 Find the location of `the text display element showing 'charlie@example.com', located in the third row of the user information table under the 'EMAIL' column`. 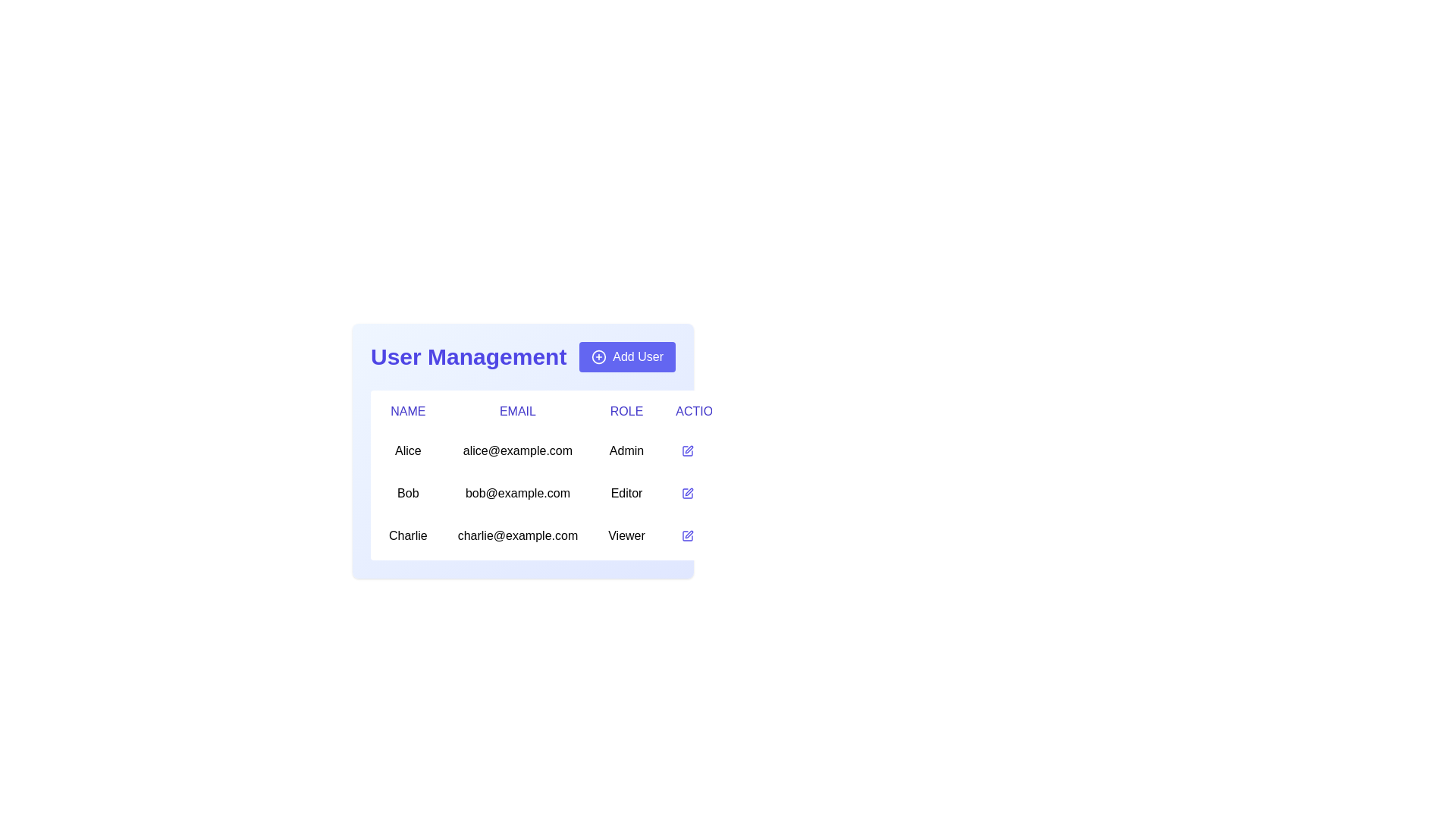

the text display element showing 'charlie@example.com', located in the third row of the user information table under the 'EMAIL' column is located at coordinates (517, 535).